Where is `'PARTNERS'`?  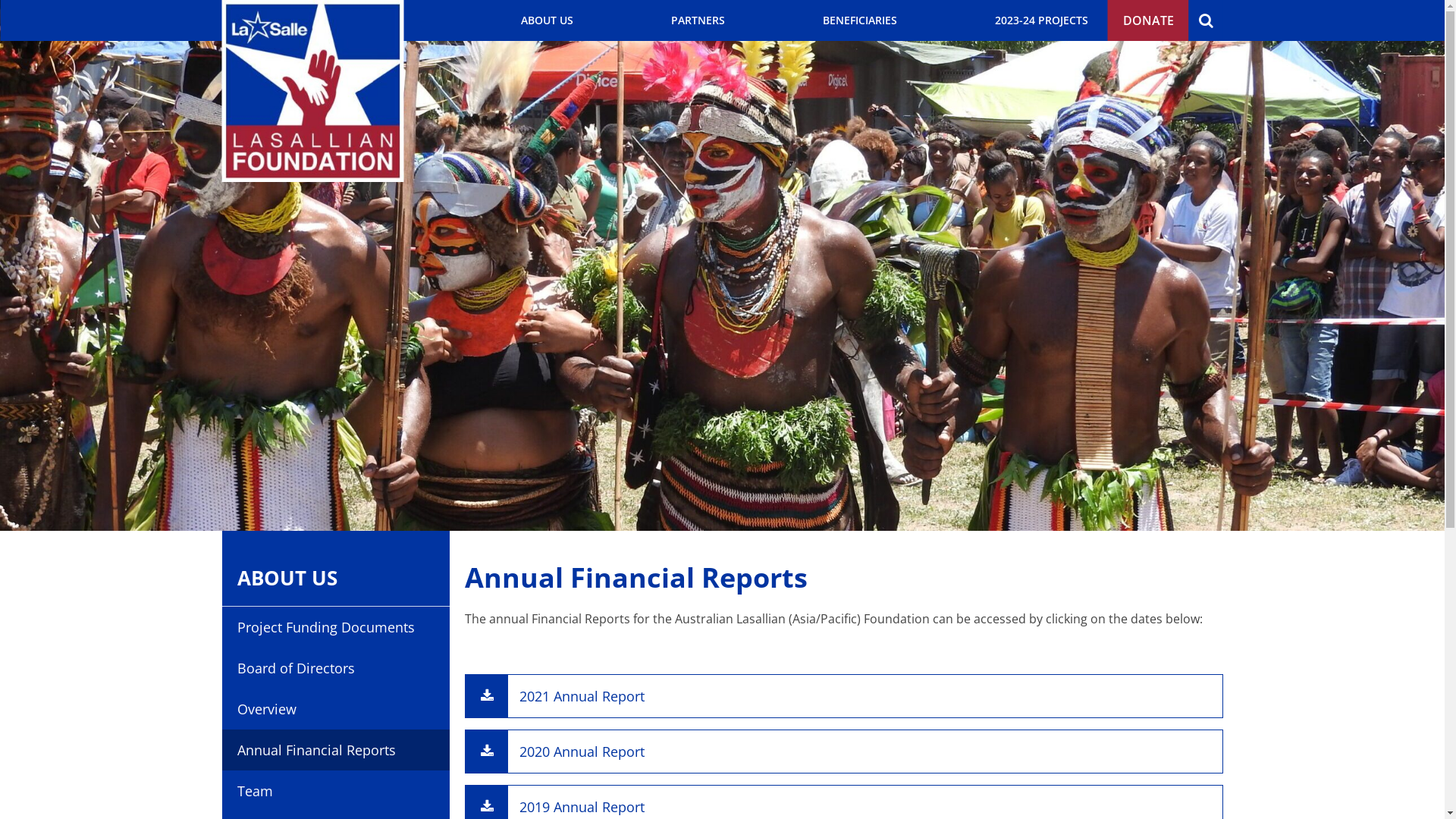
'PARTNERS' is located at coordinates (696, 20).